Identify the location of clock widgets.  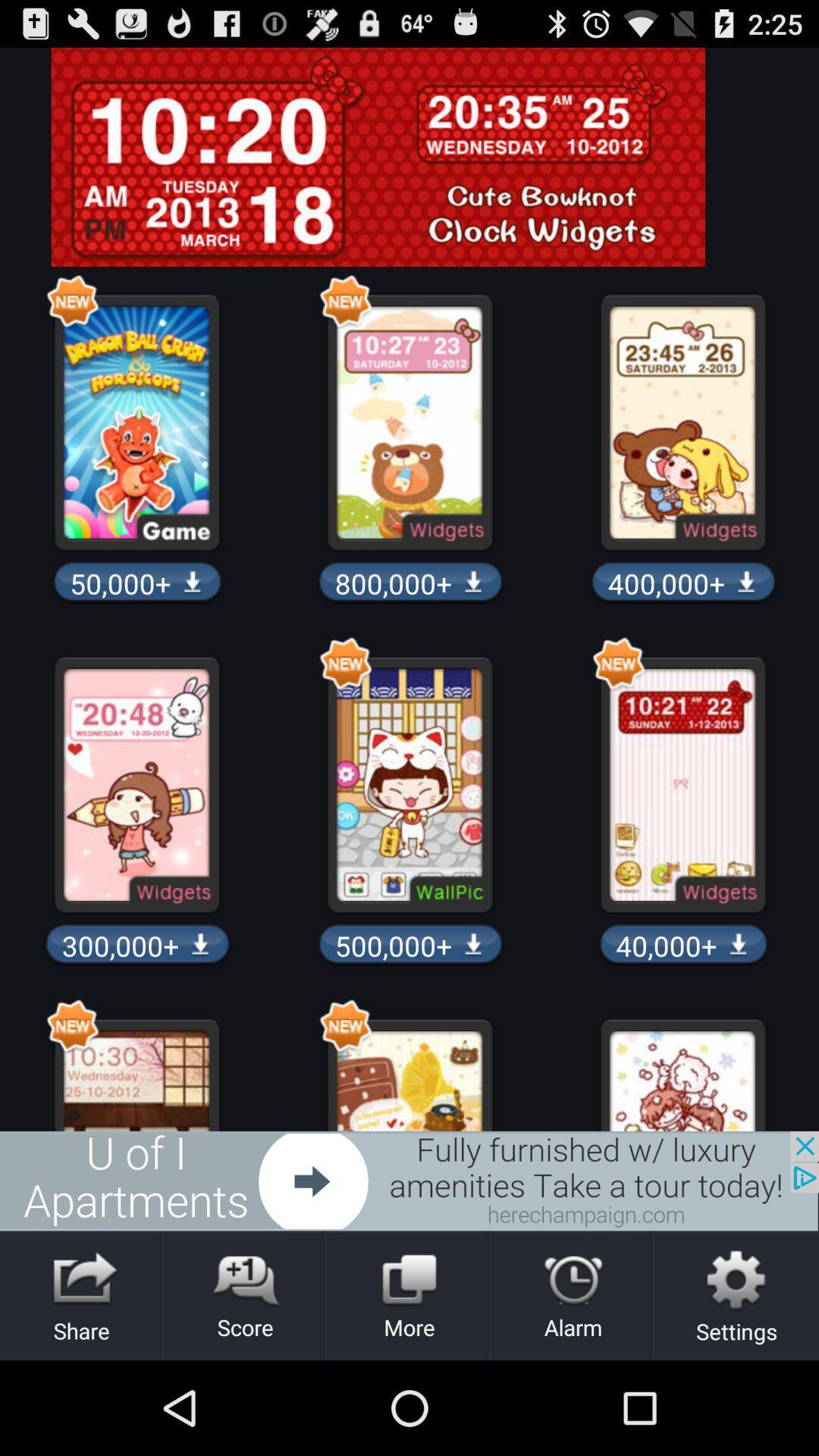
(409, 157).